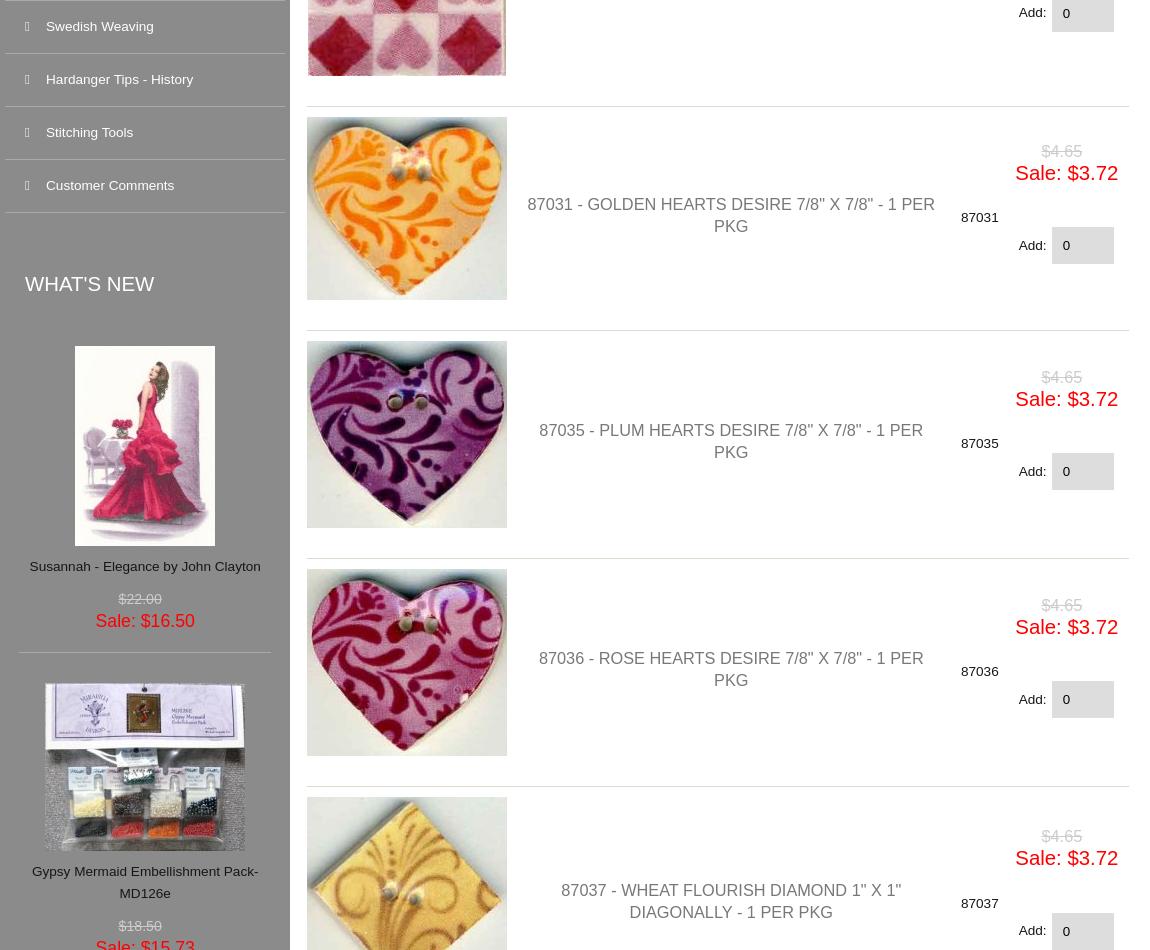 Image resolution: width=1150 pixels, height=950 pixels. What do you see at coordinates (730, 899) in the screenshot?
I see `'87037 - Wheat Flourish Diamond 1" x 1" diagonally -  1 per pkg'` at bounding box center [730, 899].